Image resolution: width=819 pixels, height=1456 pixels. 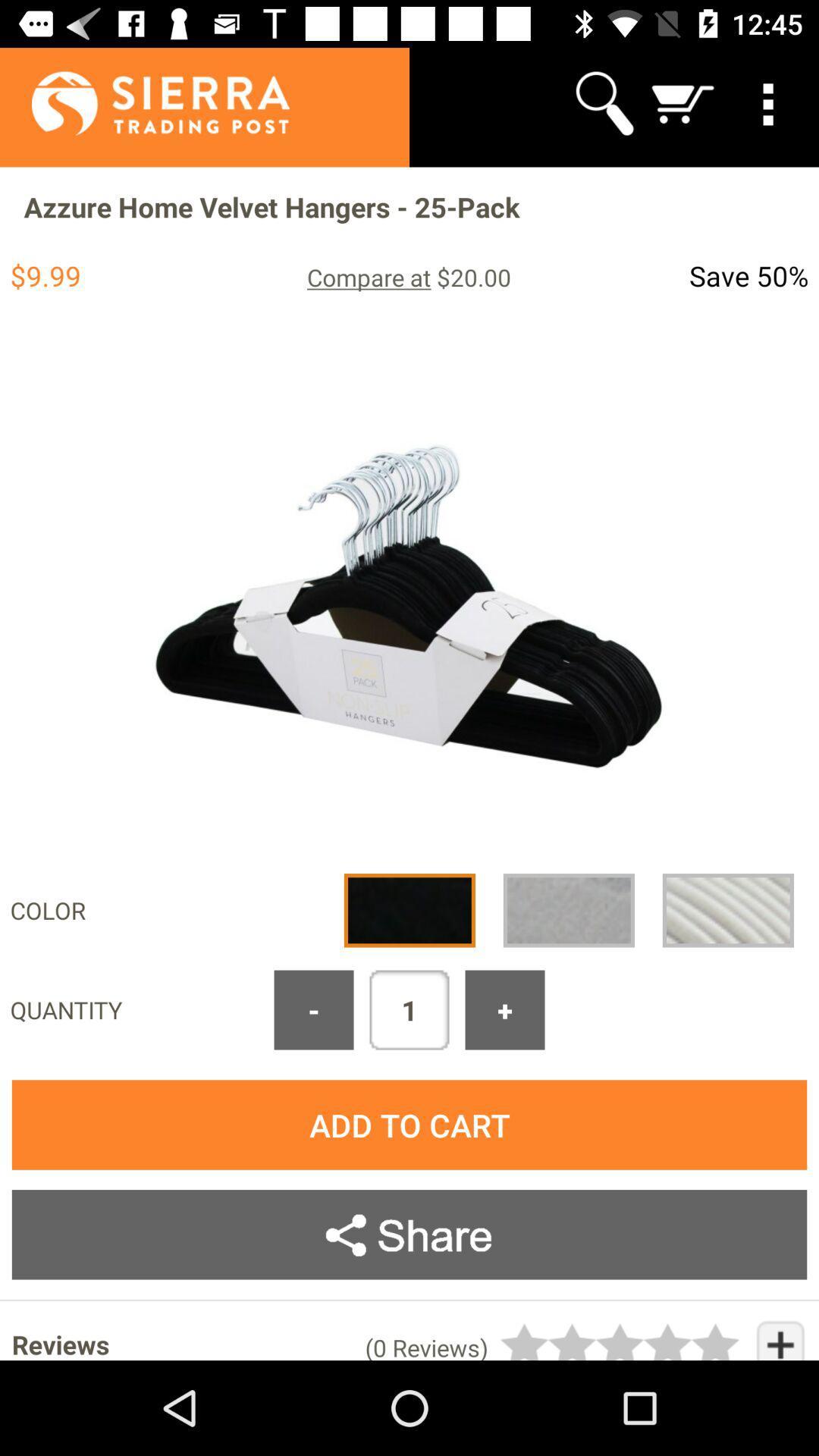 I want to click on share option, so click(x=409, y=1235).